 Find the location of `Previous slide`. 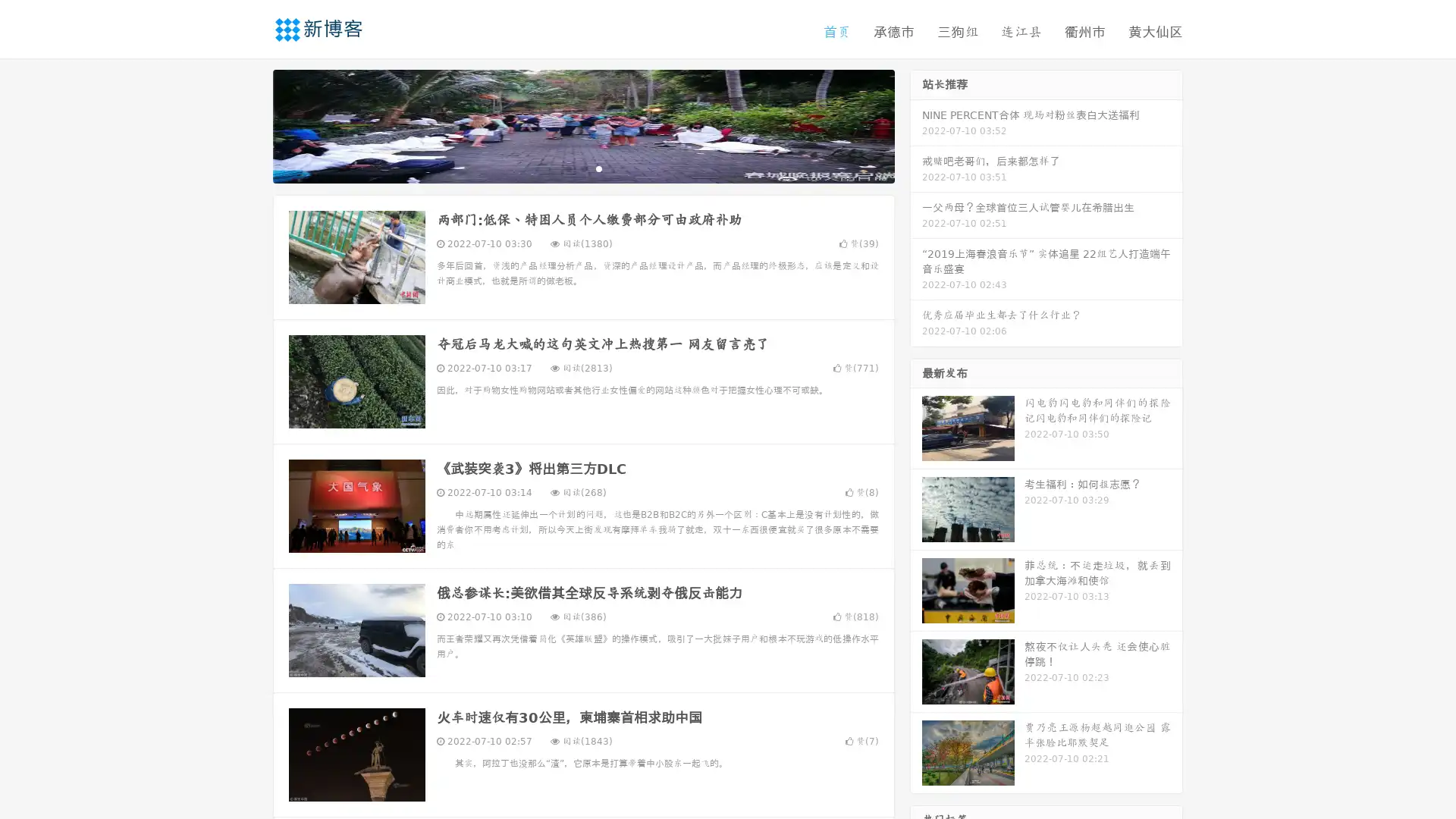

Previous slide is located at coordinates (250, 127).